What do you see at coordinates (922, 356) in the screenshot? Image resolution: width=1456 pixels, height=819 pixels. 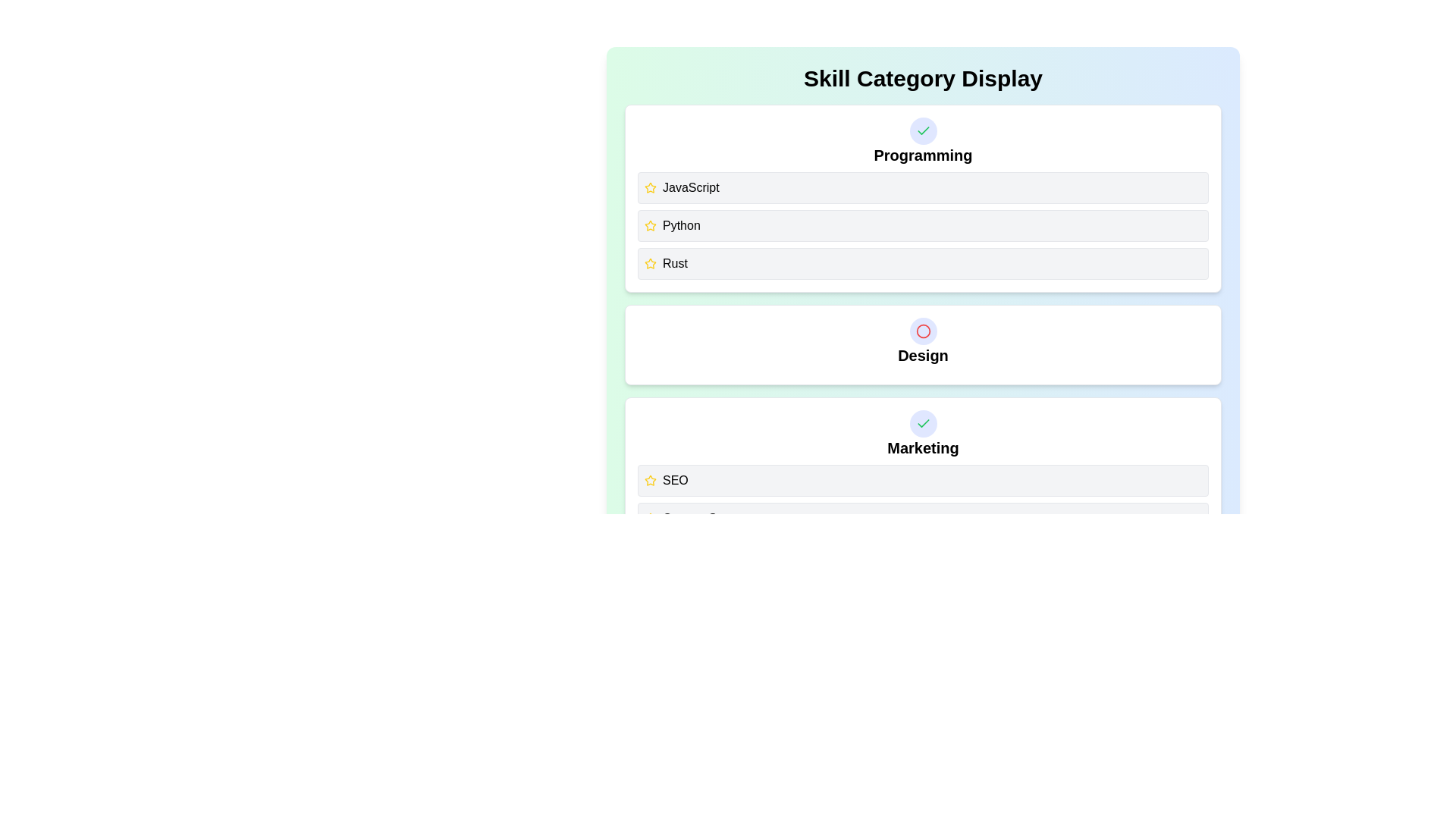 I see `the text of the category Design` at bounding box center [922, 356].